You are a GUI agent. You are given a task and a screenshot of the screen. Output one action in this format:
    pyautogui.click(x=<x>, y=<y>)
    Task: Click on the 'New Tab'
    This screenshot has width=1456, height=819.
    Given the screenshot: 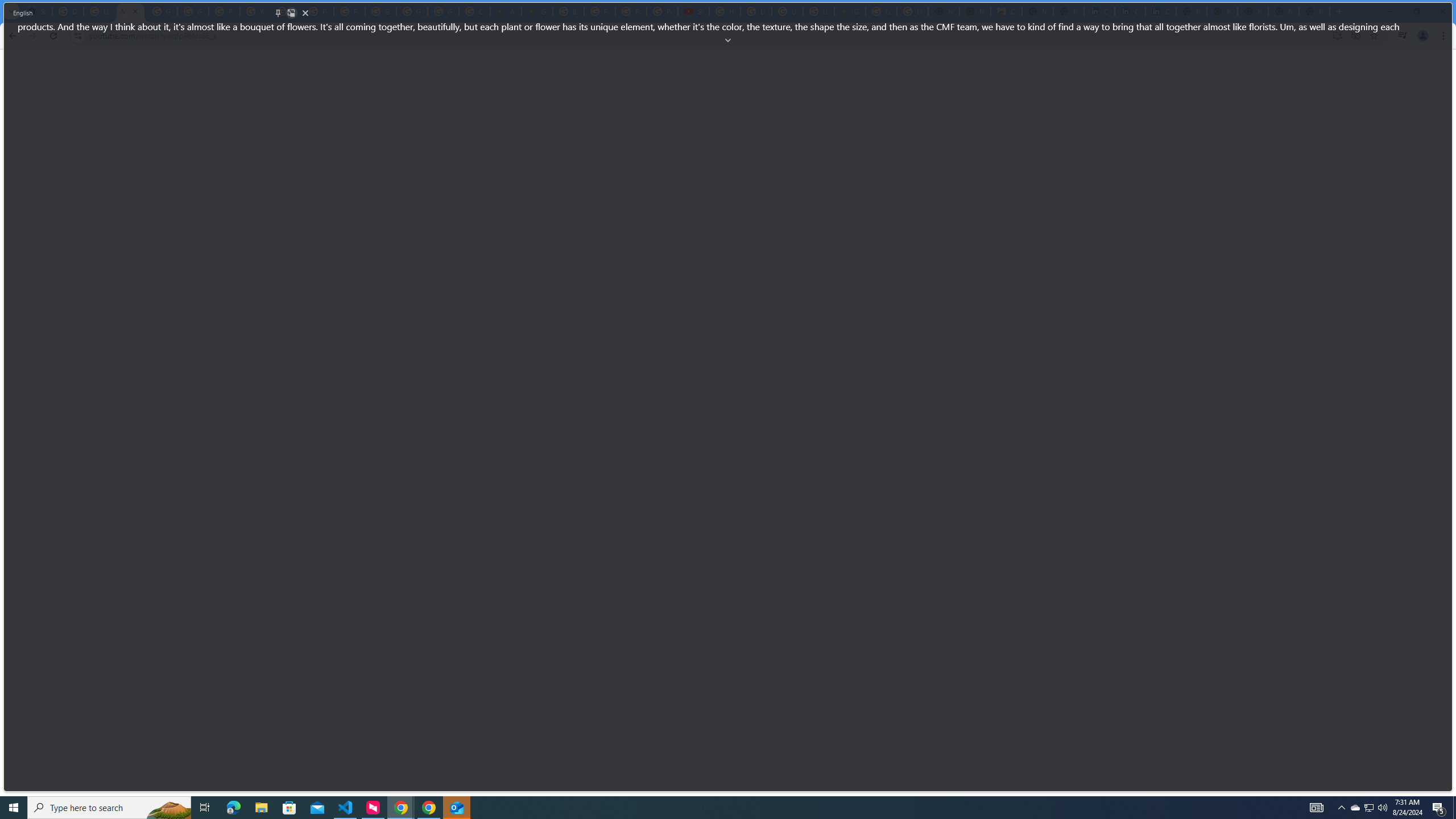 What is the action you would take?
    pyautogui.click(x=1314, y=11)
    